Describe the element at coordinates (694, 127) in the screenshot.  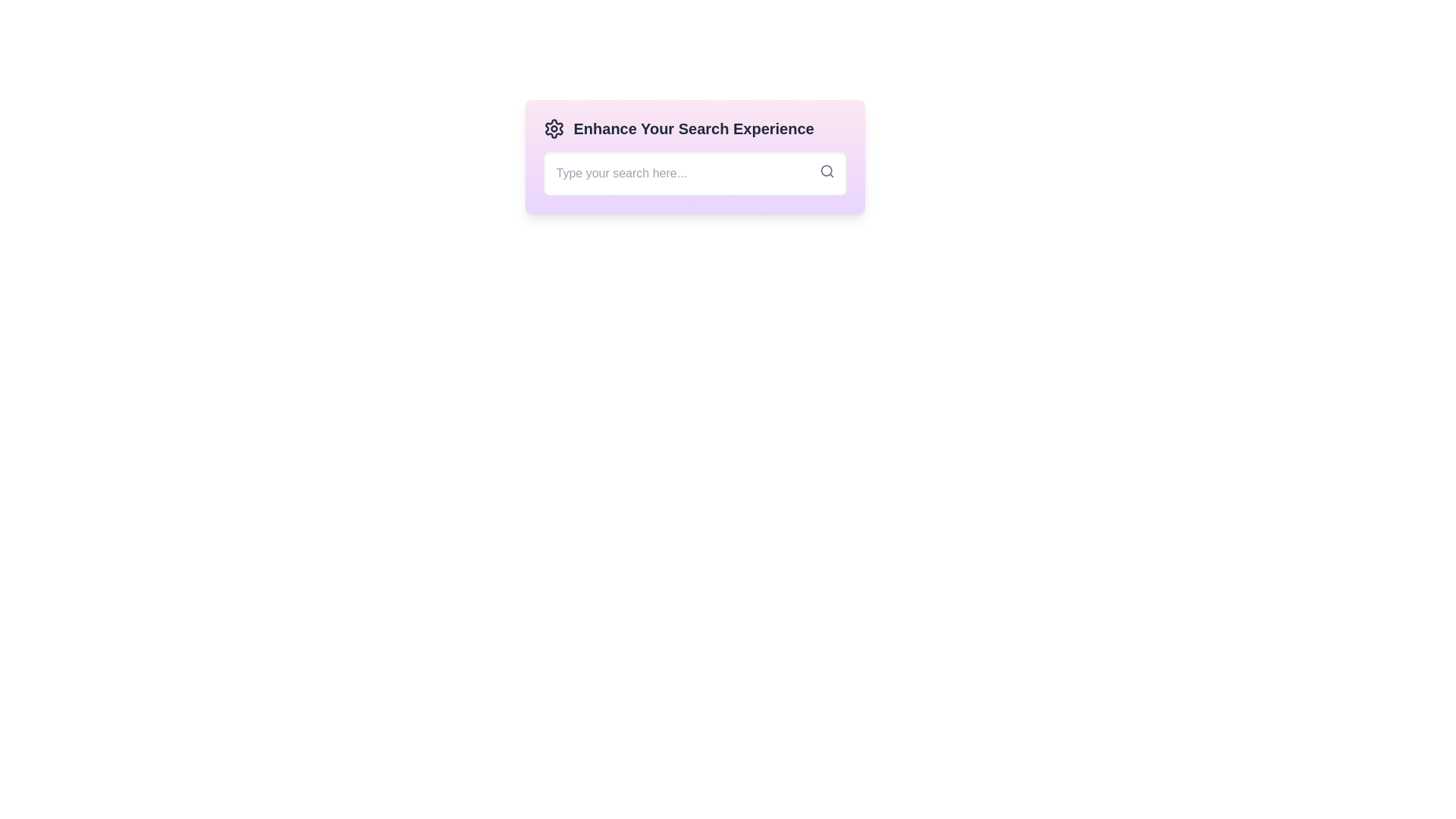
I see `the text label that reads 'Enhance Your Search Experience', which is styled with a bold, large font in dark gray color, located at the upper section of a rounded card component` at that location.